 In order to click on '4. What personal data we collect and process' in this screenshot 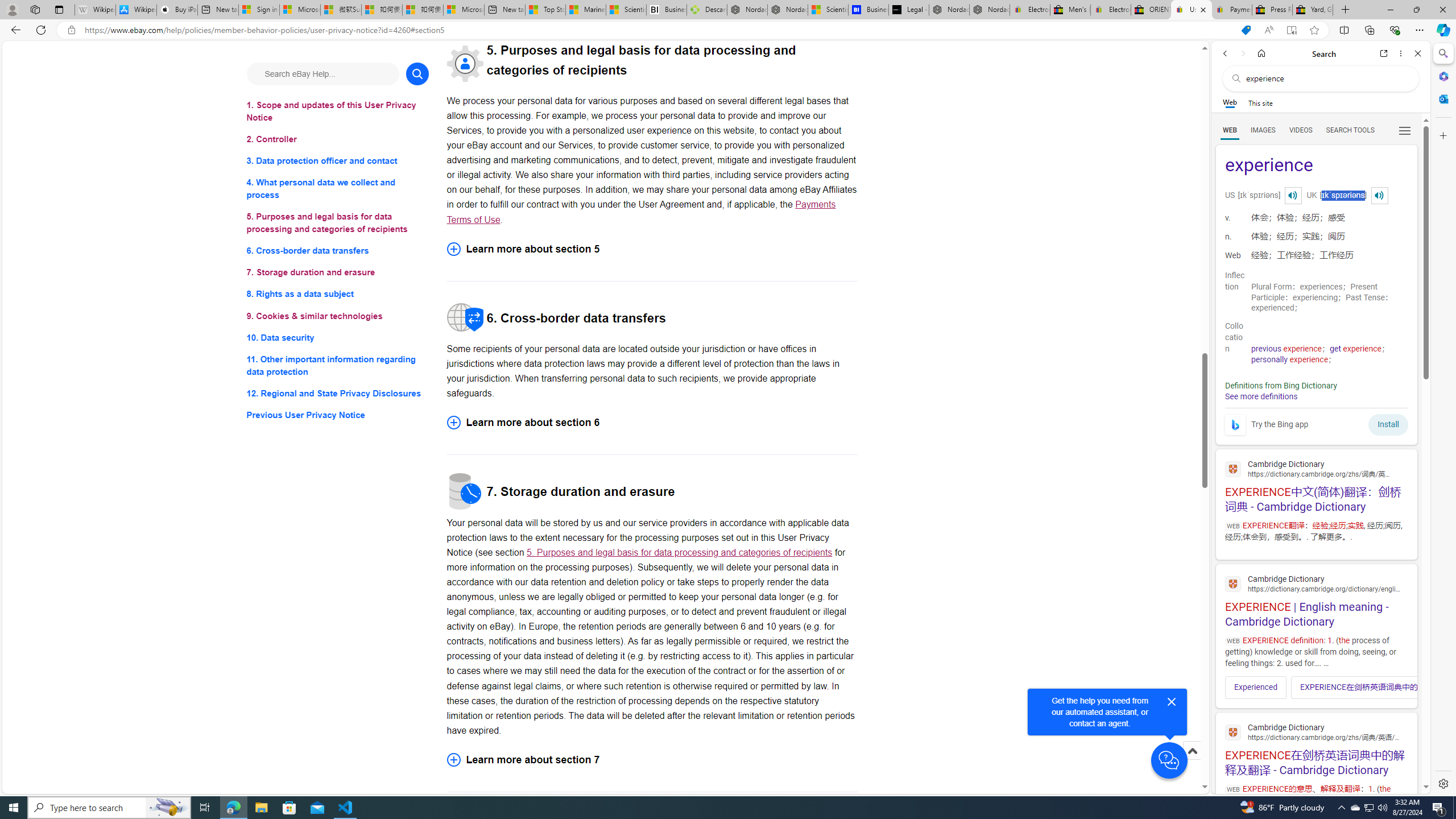, I will do `click(337, 189)`.